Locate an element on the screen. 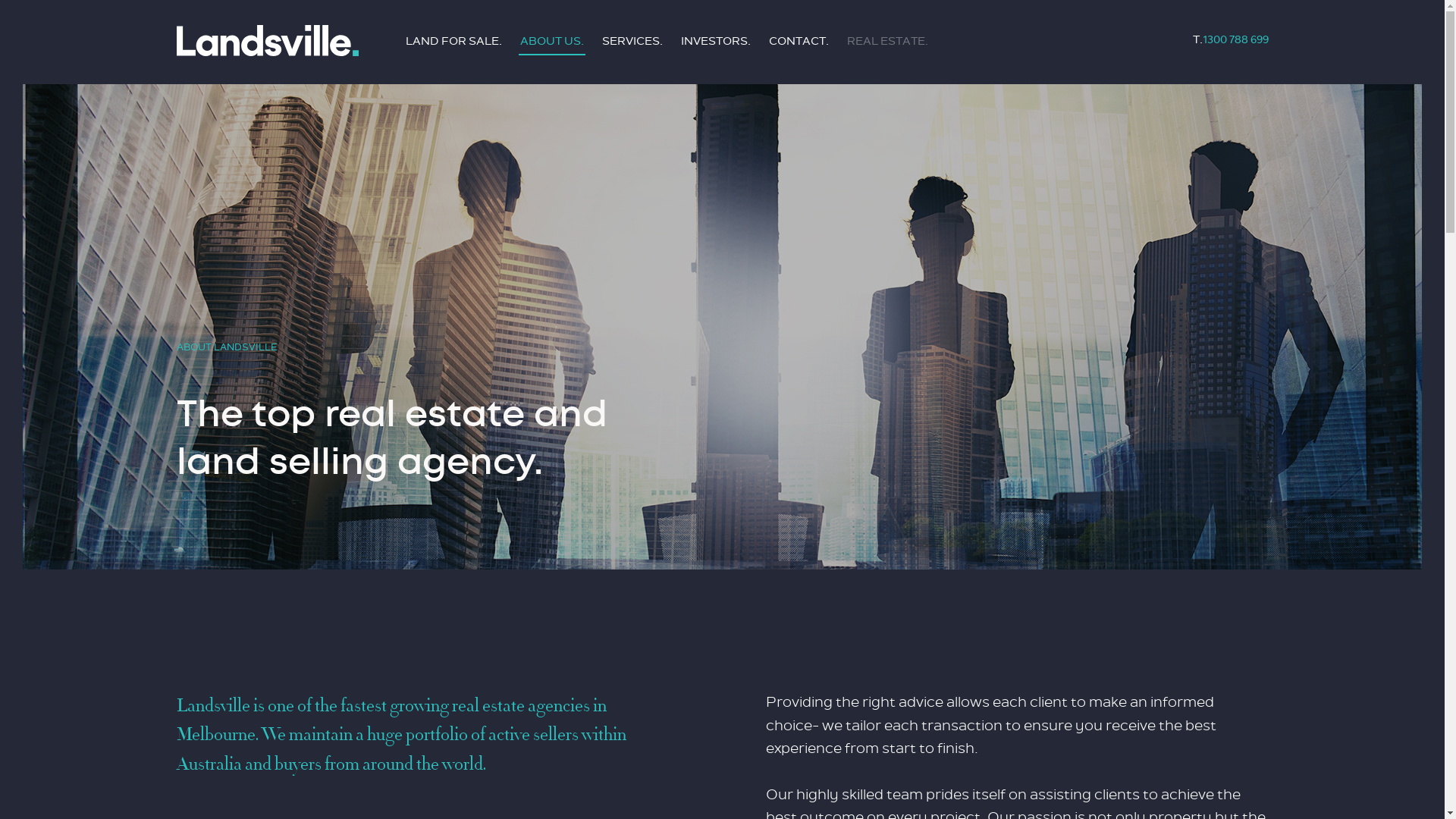 This screenshot has height=819, width=1456. '1300 788 699' is located at coordinates (1235, 39).